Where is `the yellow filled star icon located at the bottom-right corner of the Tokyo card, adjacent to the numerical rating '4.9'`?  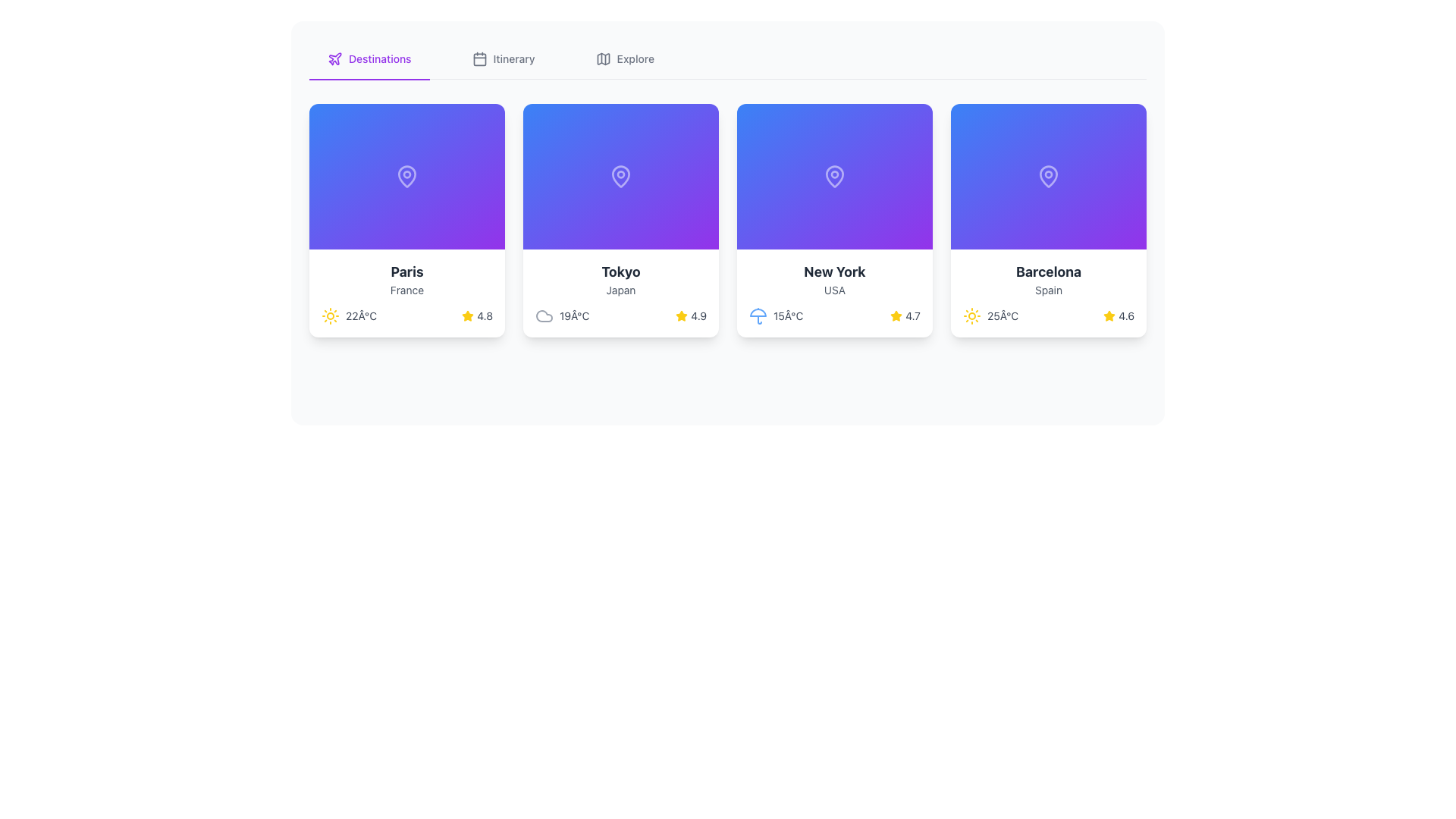
the yellow filled star icon located at the bottom-right corner of the Tokyo card, adjacent to the numerical rating '4.9' is located at coordinates (681, 315).